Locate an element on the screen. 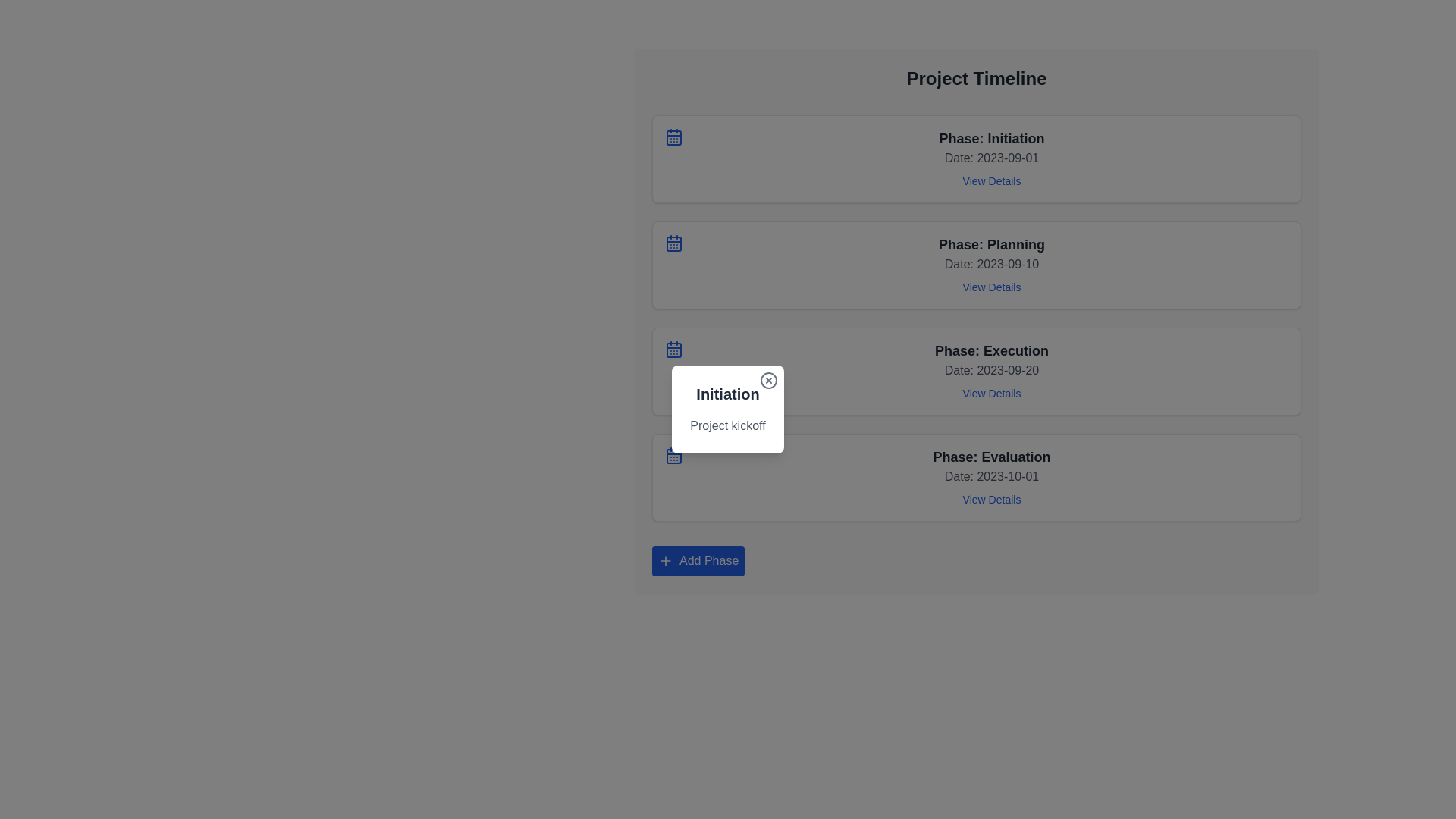 This screenshot has height=819, width=1456. text label that informs the user about the date associated with the initiation phase of the project timeline, located between 'Phase: Initiation' and 'View Details' is located at coordinates (992, 158).